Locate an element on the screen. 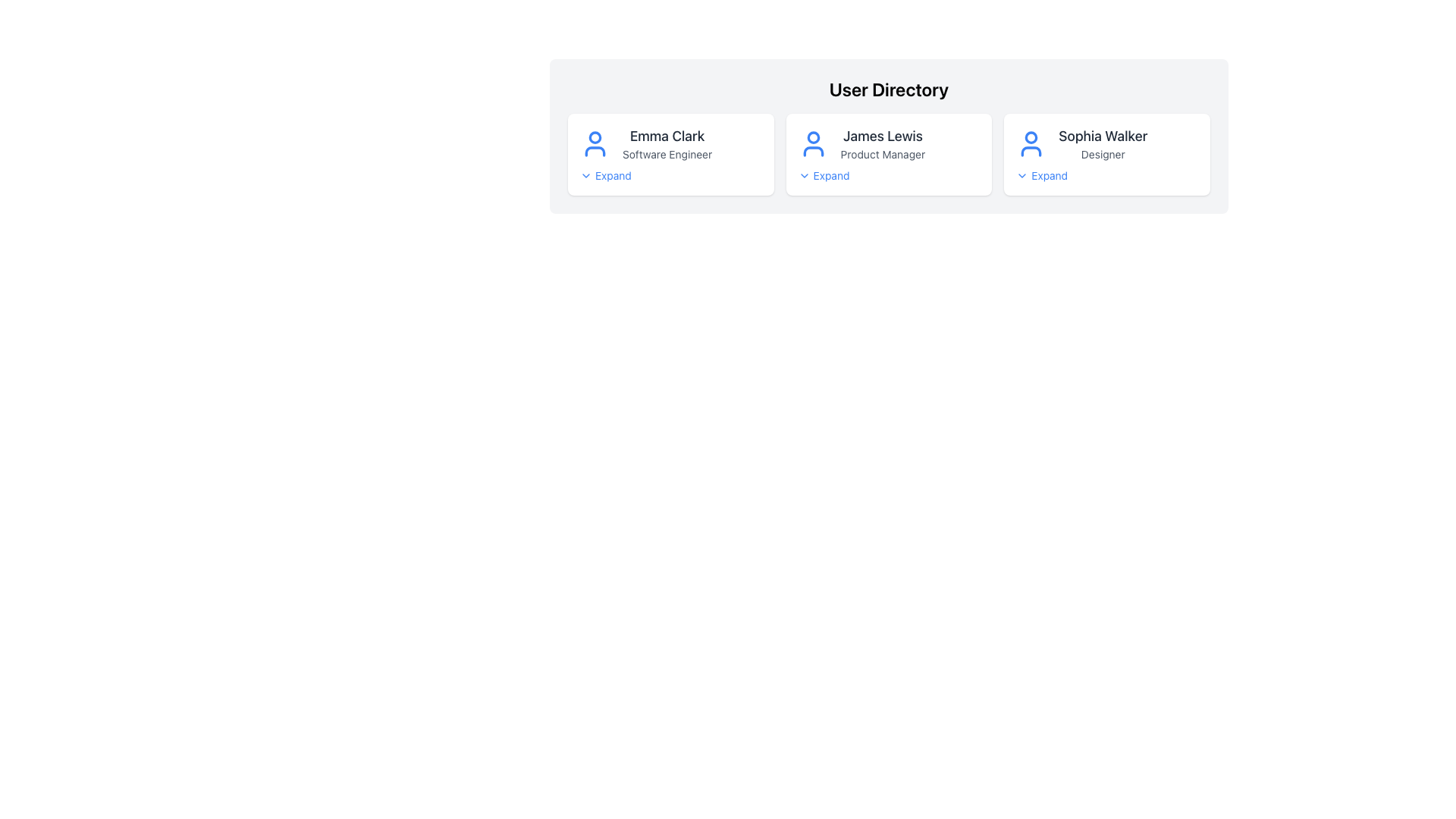 The width and height of the screenshot is (1456, 819). the text label displaying the name 'Sophia Walker' in the user directory, which is located in the rightmost column above the text 'Designer' is located at coordinates (1103, 136).